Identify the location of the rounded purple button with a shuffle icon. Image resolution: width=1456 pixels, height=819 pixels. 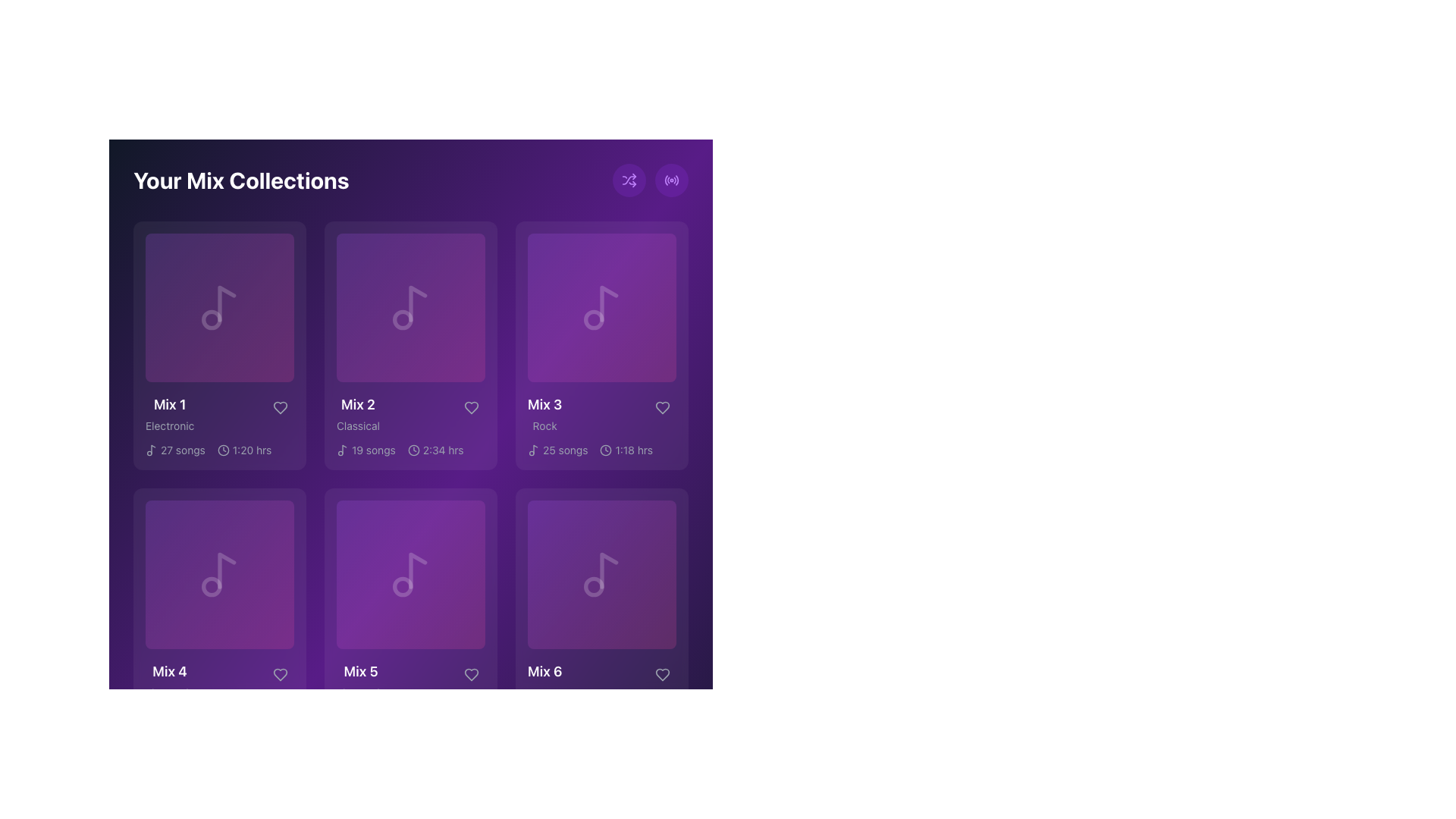
(629, 180).